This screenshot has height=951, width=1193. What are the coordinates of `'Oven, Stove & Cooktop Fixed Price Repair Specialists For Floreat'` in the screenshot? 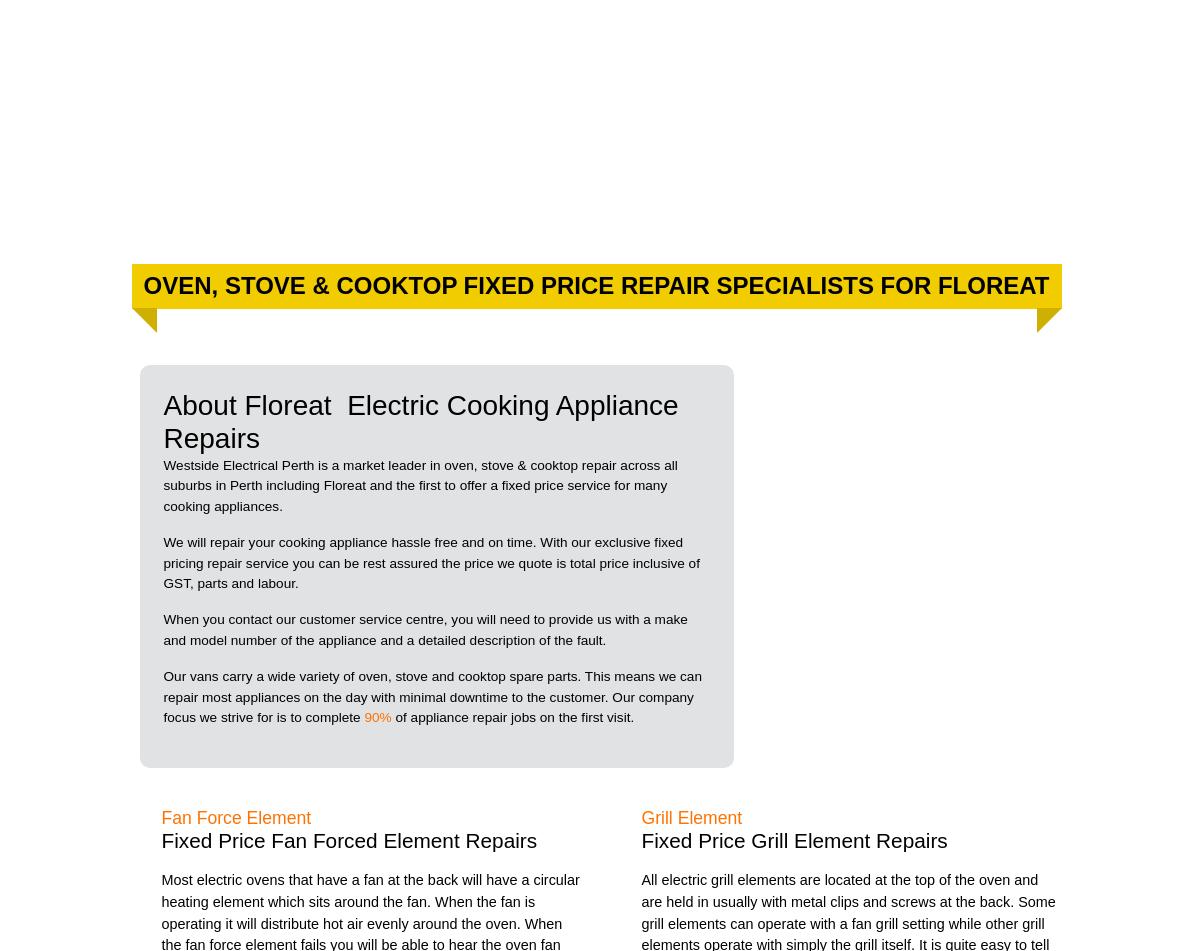 It's located at (596, 285).